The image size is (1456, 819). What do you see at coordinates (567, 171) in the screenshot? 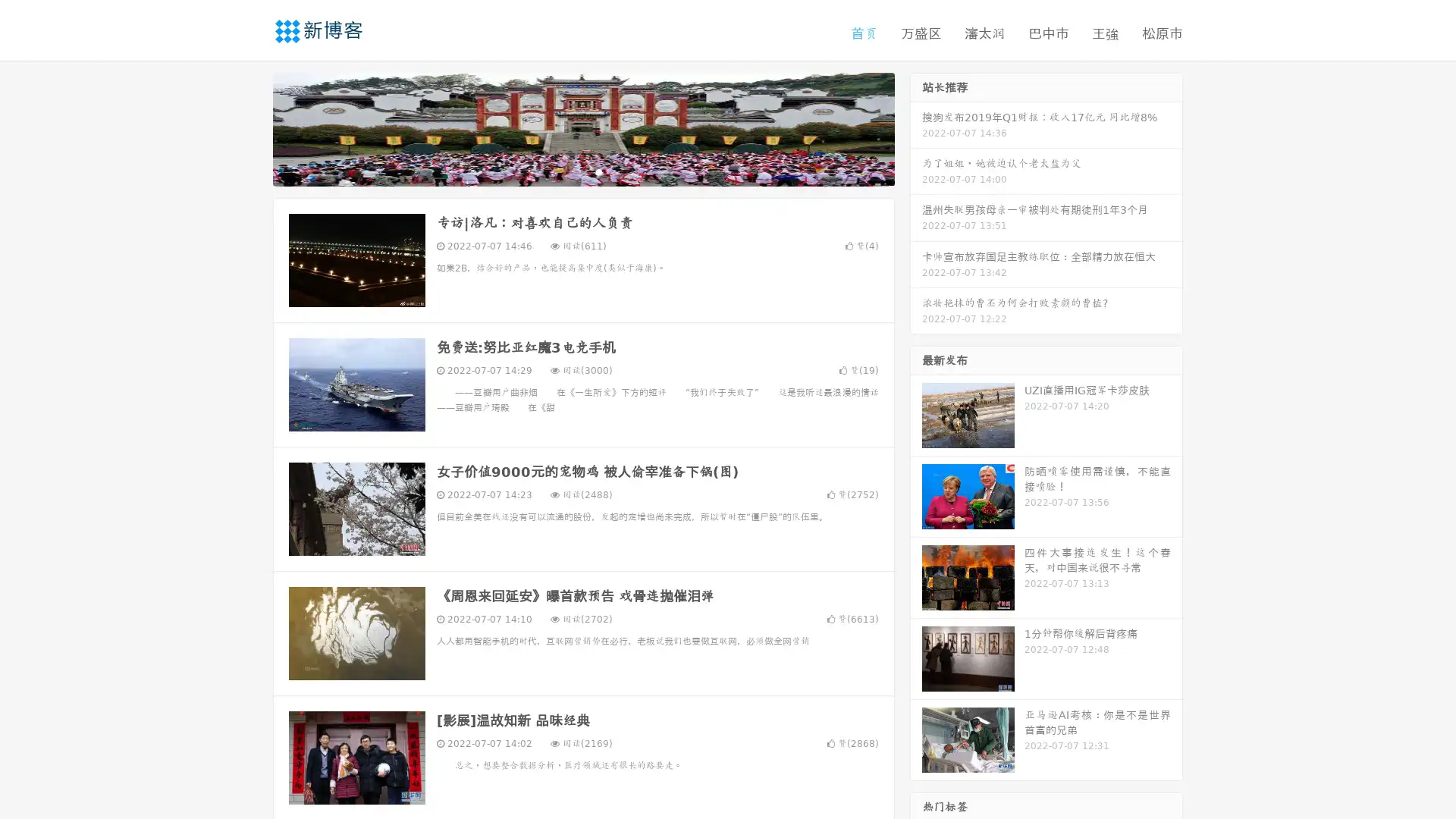
I see `Go to slide 1` at bounding box center [567, 171].